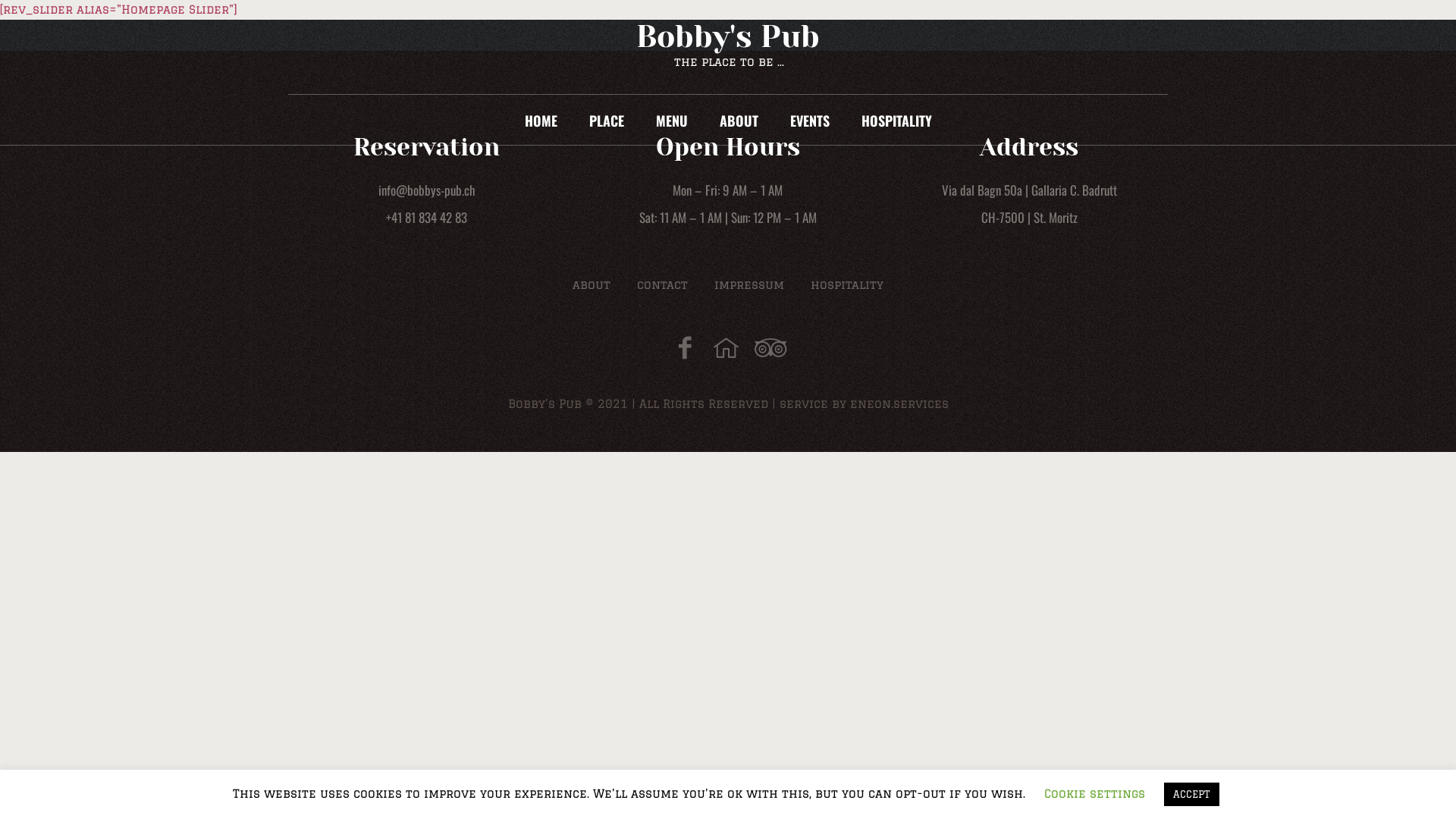 The height and width of the screenshot is (819, 1456). What do you see at coordinates (1043, 792) in the screenshot?
I see `'Cookie settings'` at bounding box center [1043, 792].